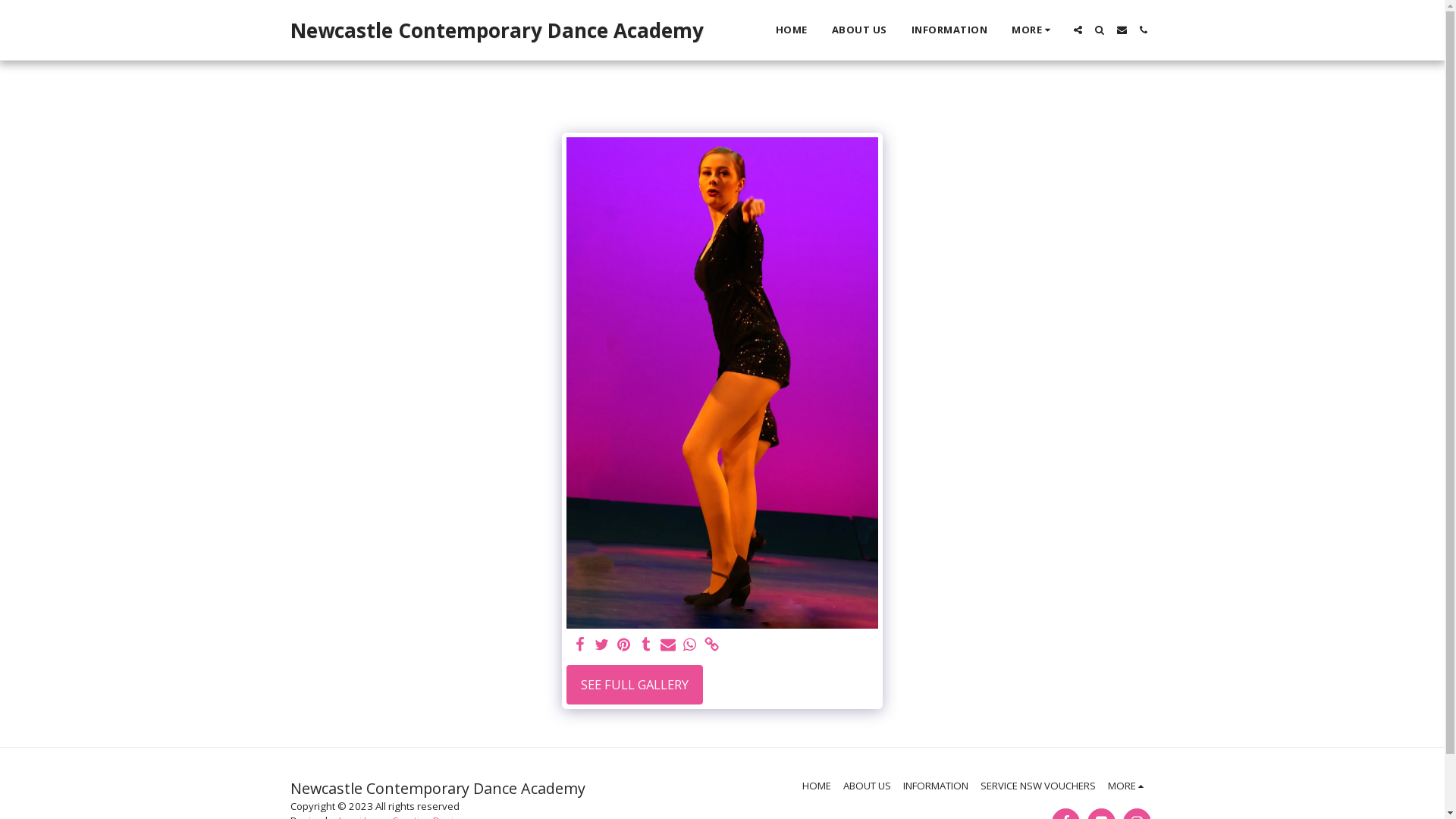 This screenshot has height=819, width=1456. Describe the element at coordinates (616, 645) in the screenshot. I see `'Pin it'` at that location.